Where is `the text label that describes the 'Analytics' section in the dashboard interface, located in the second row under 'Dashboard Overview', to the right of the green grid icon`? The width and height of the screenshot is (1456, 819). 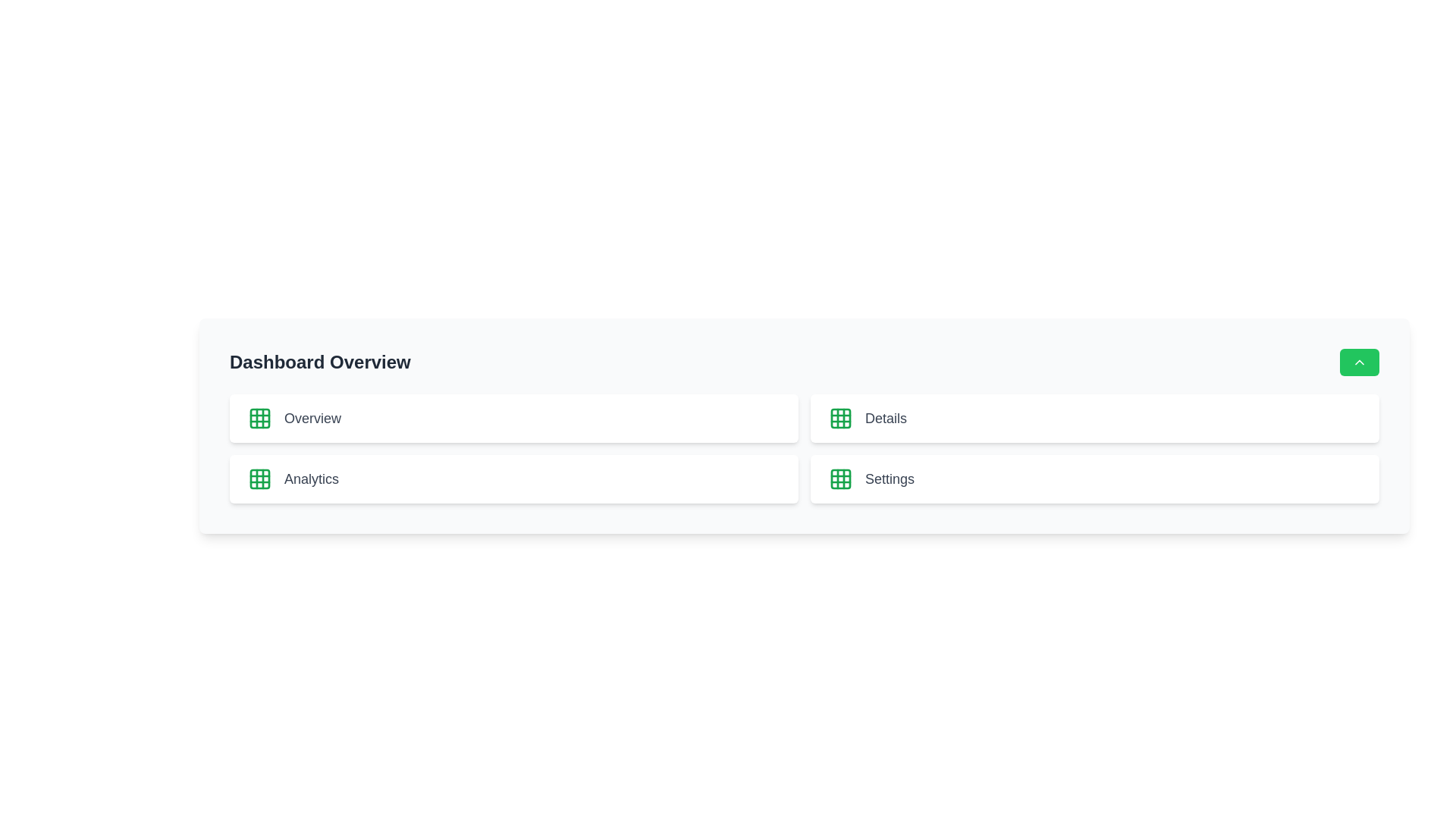
the text label that describes the 'Analytics' section in the dashboard interface, located in the second row under 'Dashboard Overview', to the right of the green grid icon is located at coordinates (311, 479).